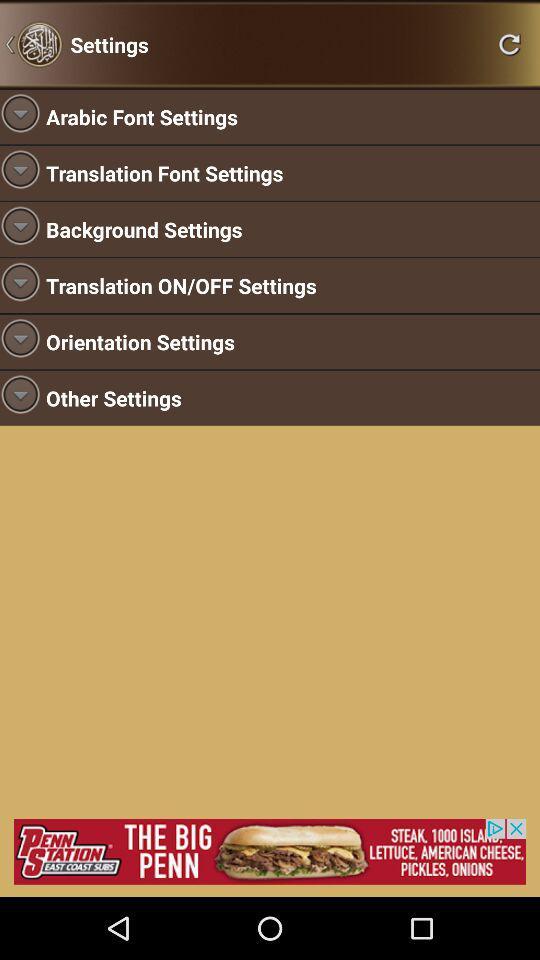  I want to click on refresh page, so click(509, 43).